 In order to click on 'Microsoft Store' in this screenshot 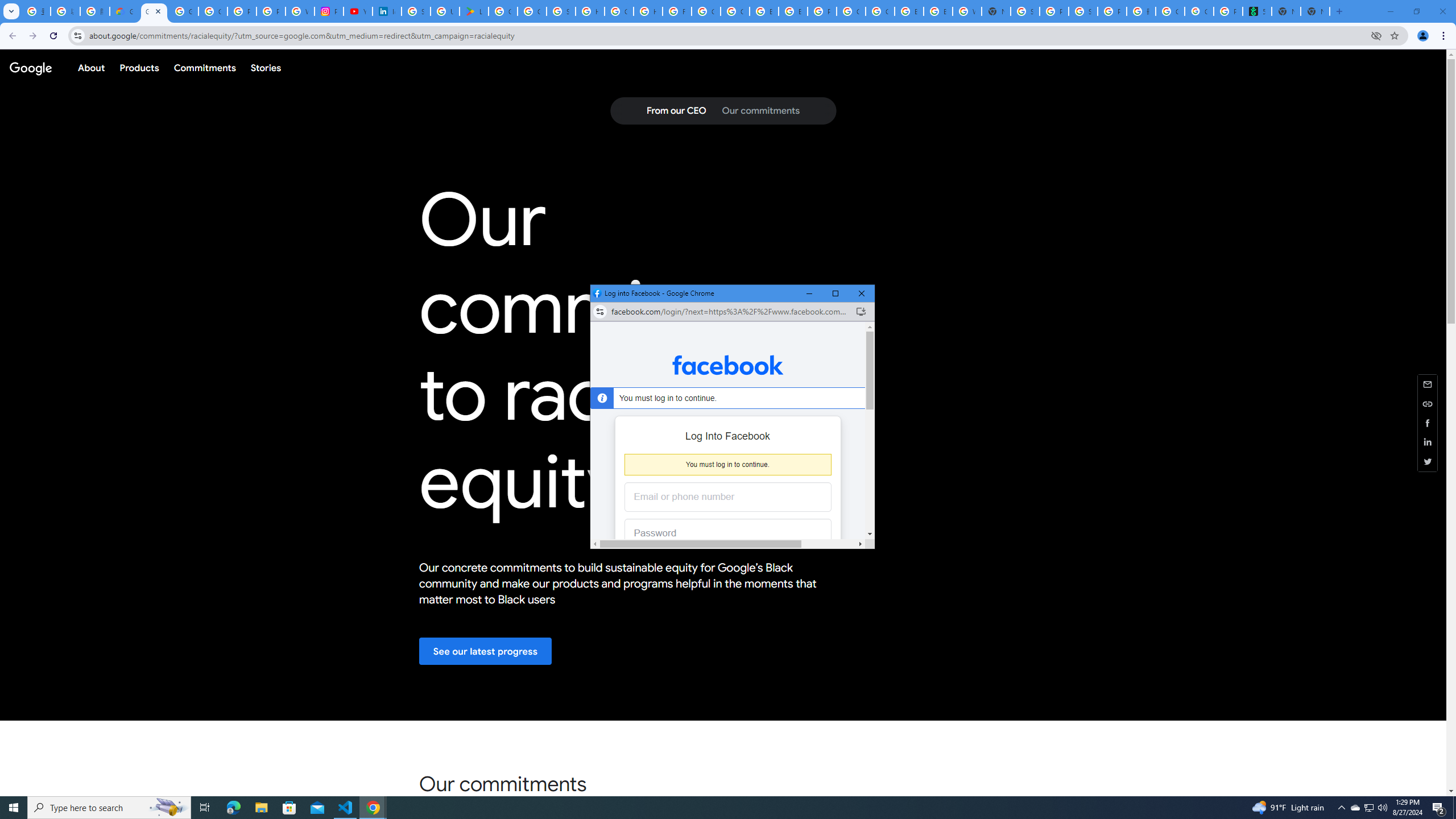, I will do `click(289, 806)`.